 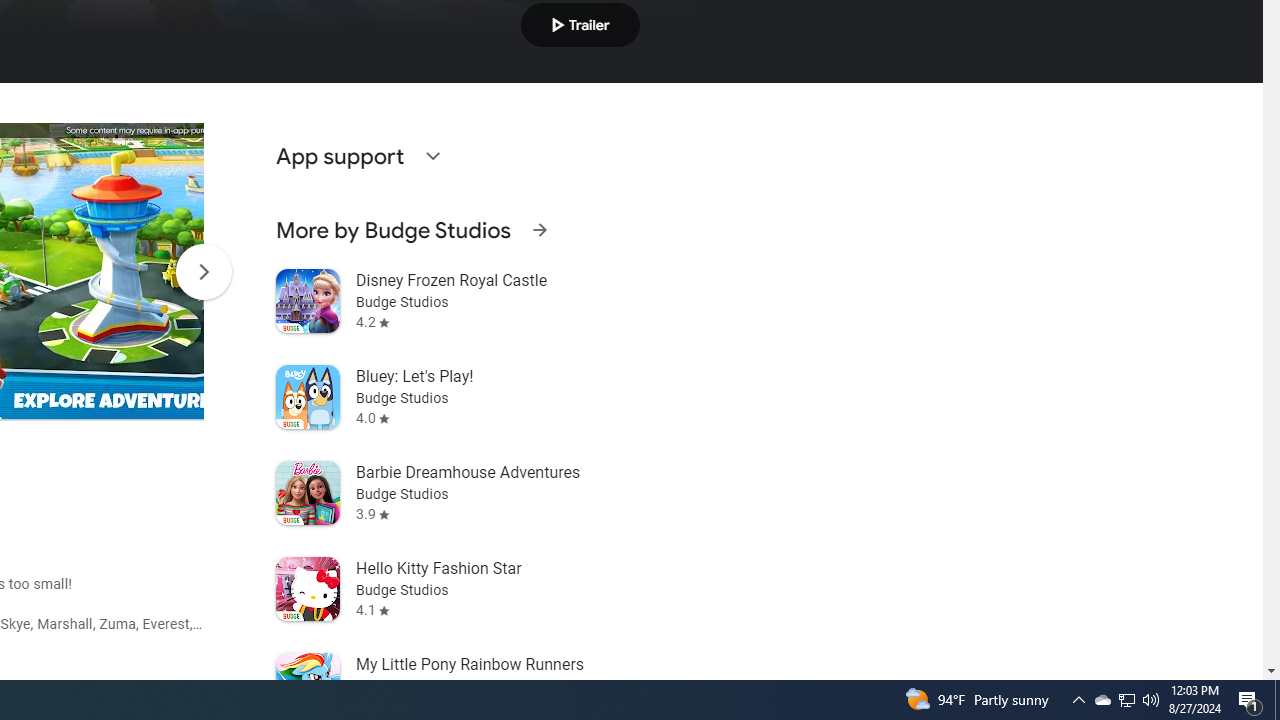 I want to click on 'Expand', so click(x=431, y=154).